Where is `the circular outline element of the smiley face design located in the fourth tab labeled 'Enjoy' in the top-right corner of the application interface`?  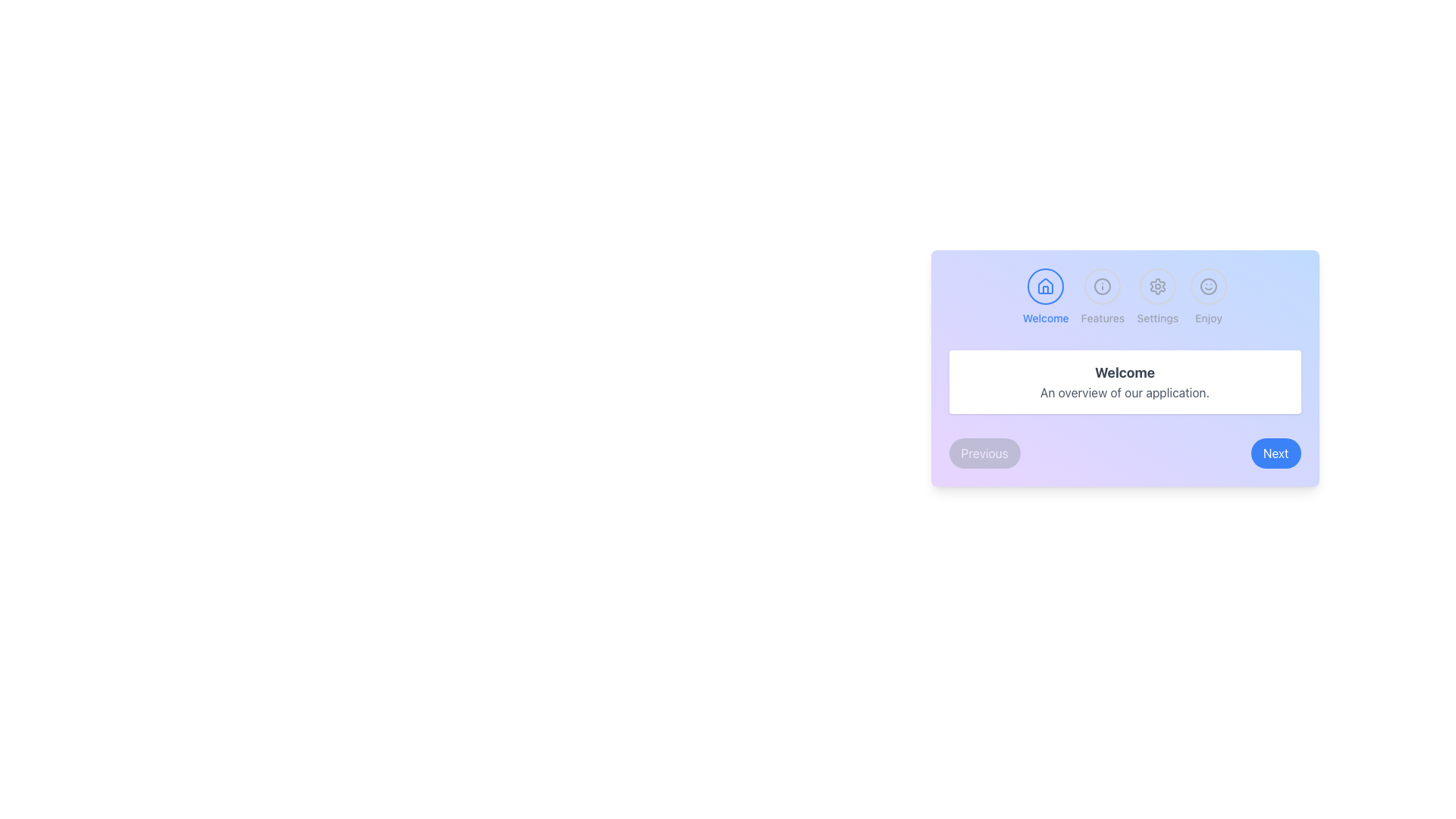
the circular outline element of the smiley face design located in the fourth tab labeled 'Enjoy' in the top-right corner of the application interface is located at coordinates (1208, 287).